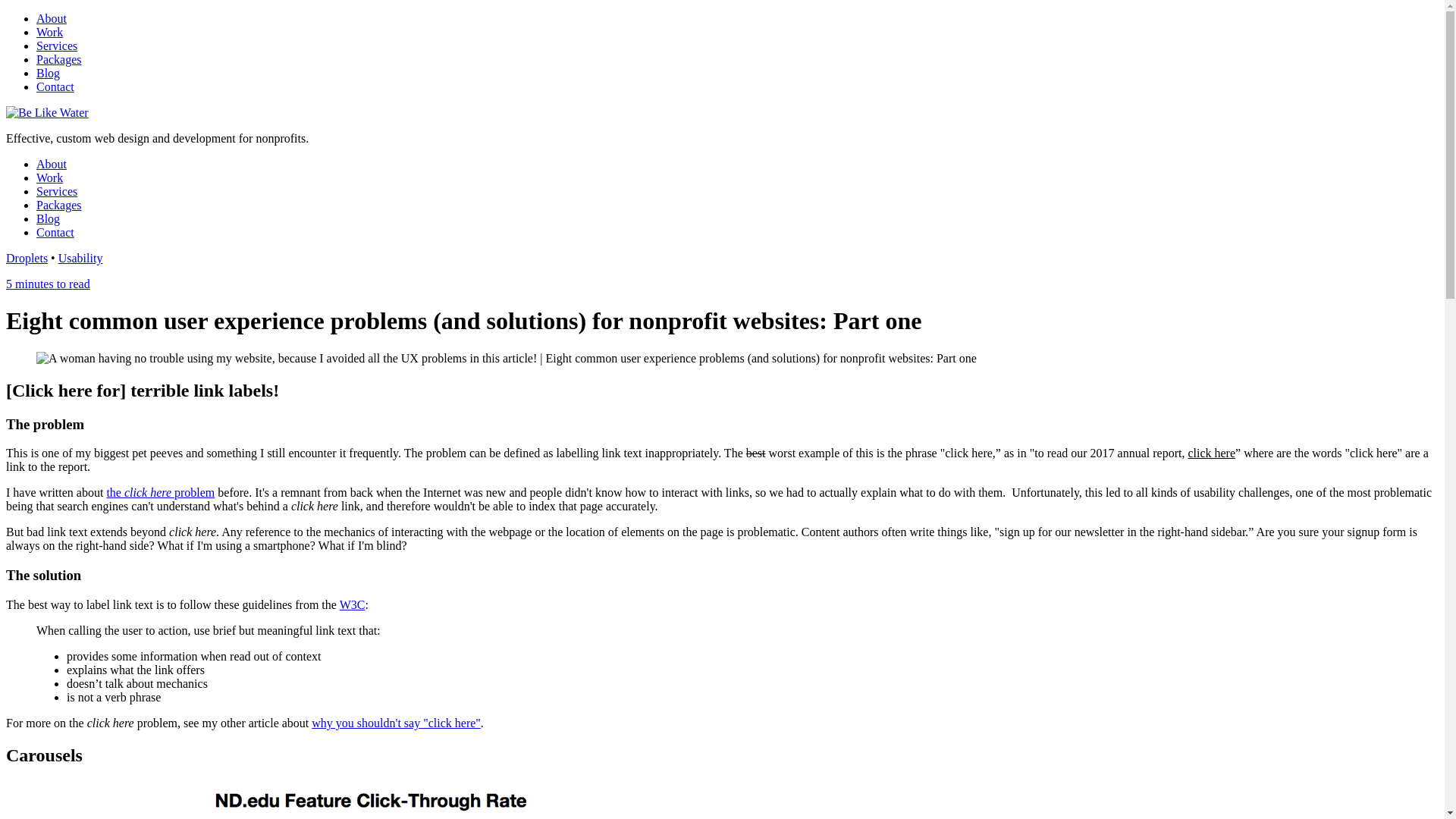 The width and height of the screenshot is (1456, 819). Describe the element at coordinates (57, 45) in the screenshot. I see `'Services'` at that location.